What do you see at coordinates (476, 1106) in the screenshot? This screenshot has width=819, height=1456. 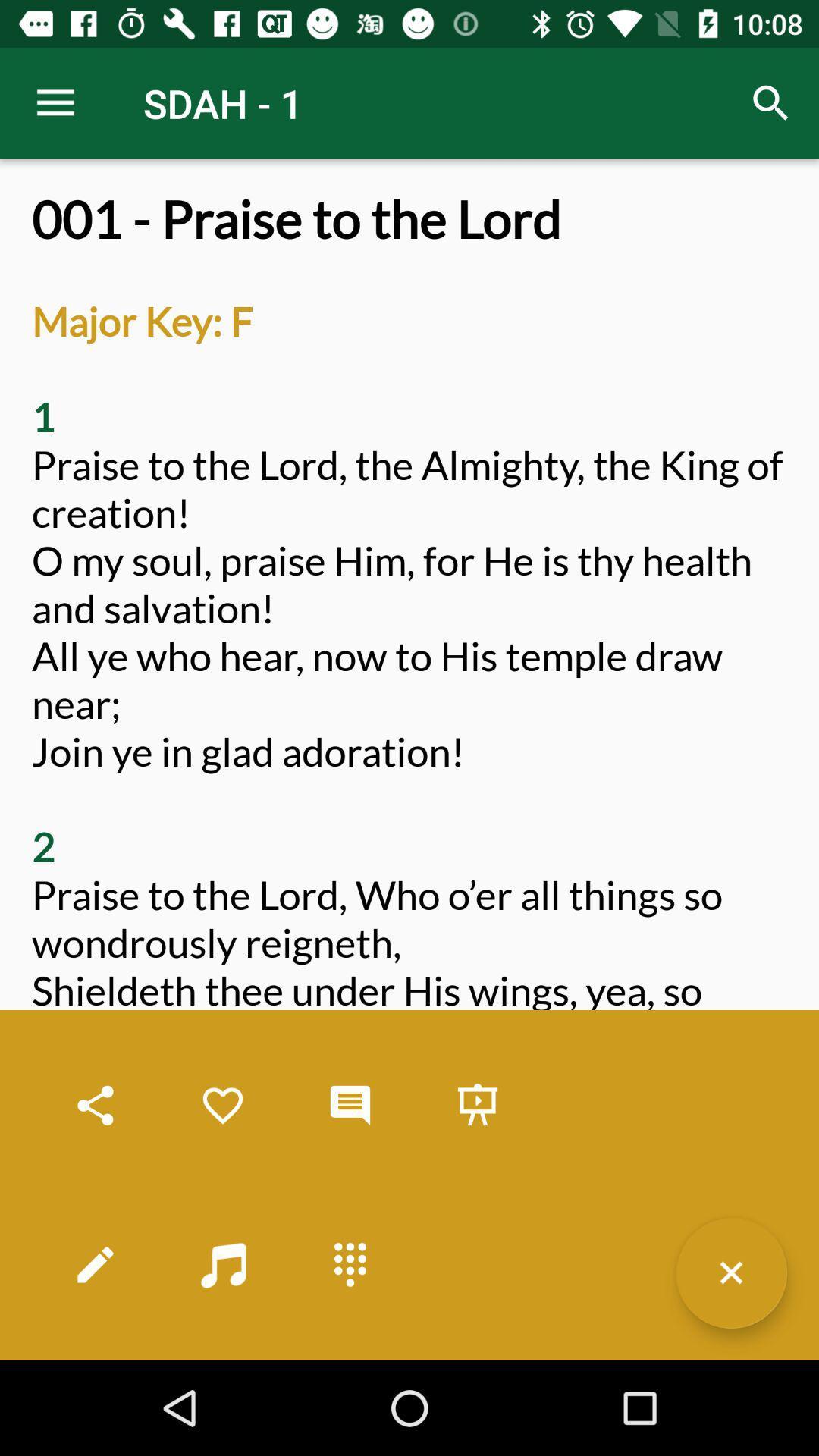 I see `click that option` at bounding box center [476, 1106].